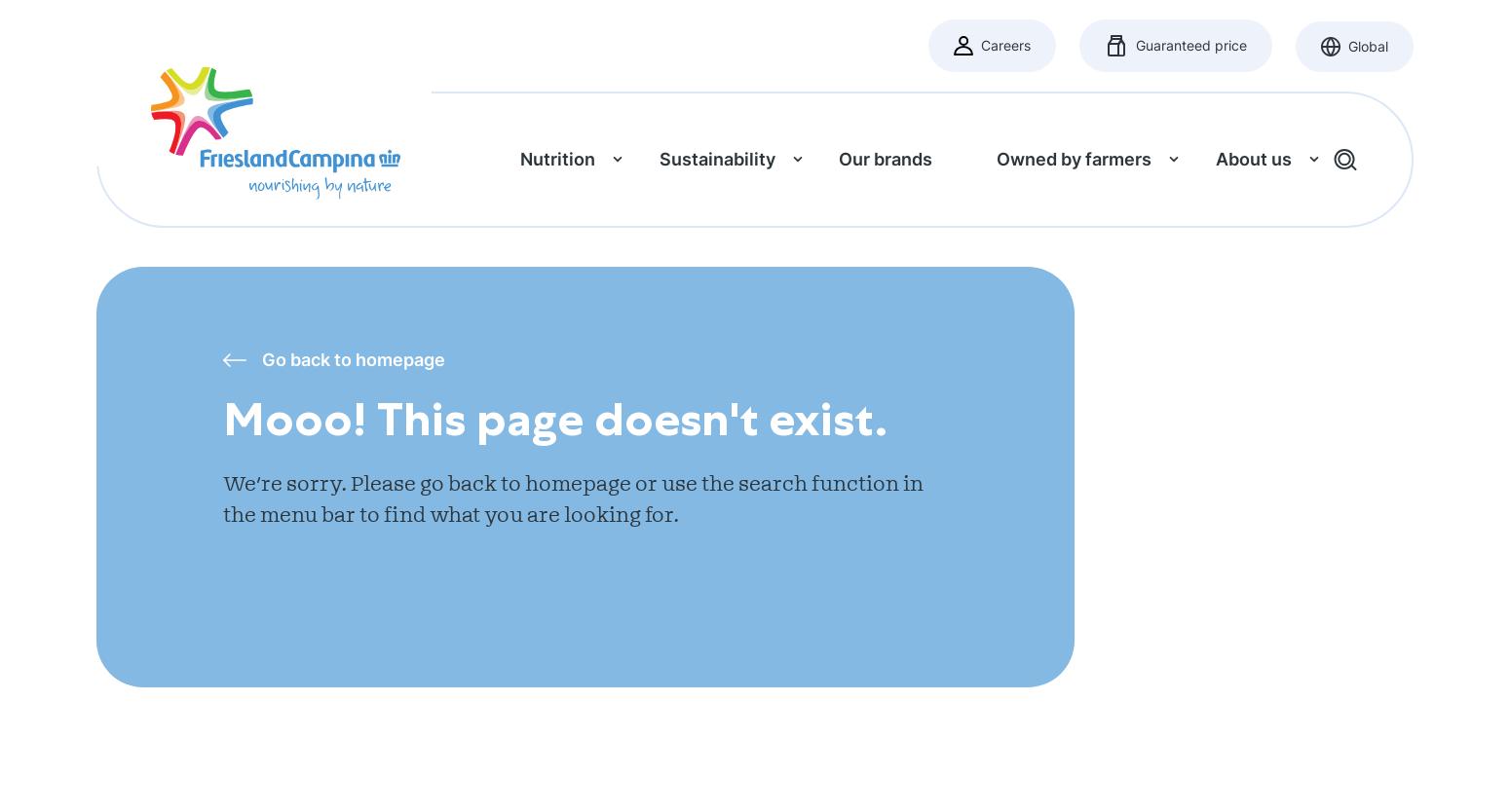  What do you see at coordinates (865, 340) in the screenshot?
I see `'German'` at bounding box center [865, 340].